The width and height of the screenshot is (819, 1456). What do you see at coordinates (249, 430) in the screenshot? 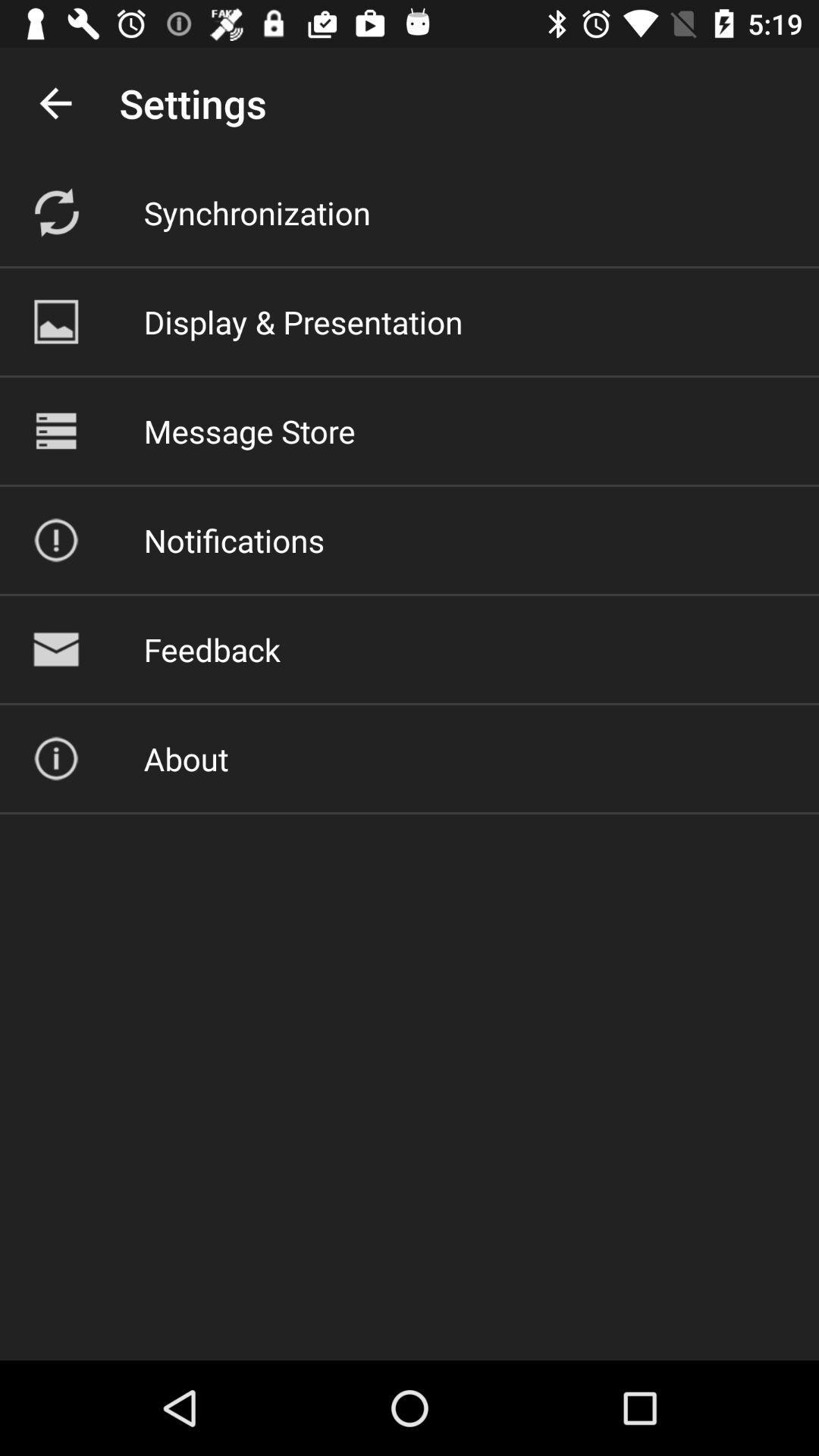
I see `the icon below the display & presentation item` at bounding box center [249, 430].